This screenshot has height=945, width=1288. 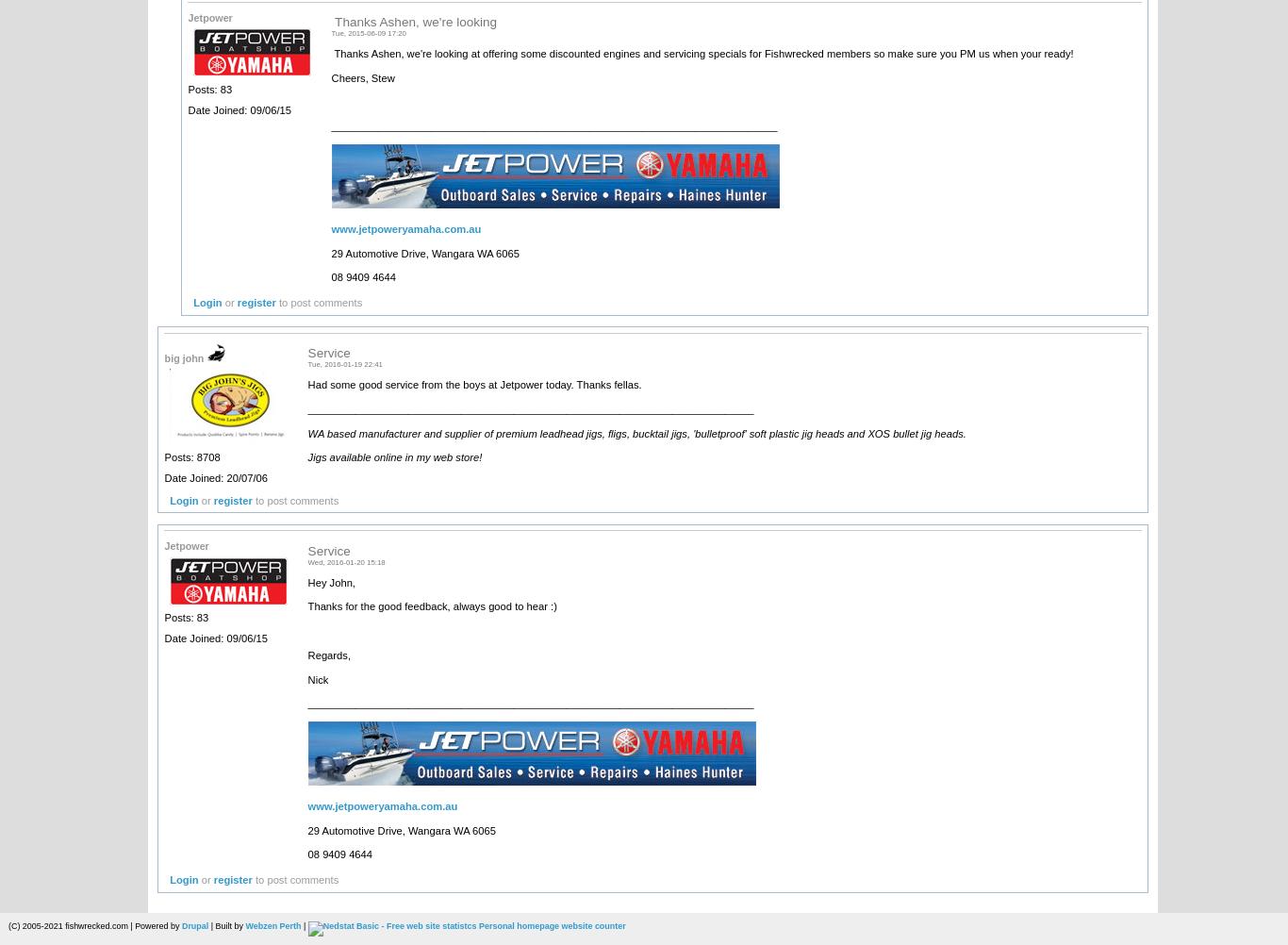 I want to click on 'big john', so click(x=184, y=356).